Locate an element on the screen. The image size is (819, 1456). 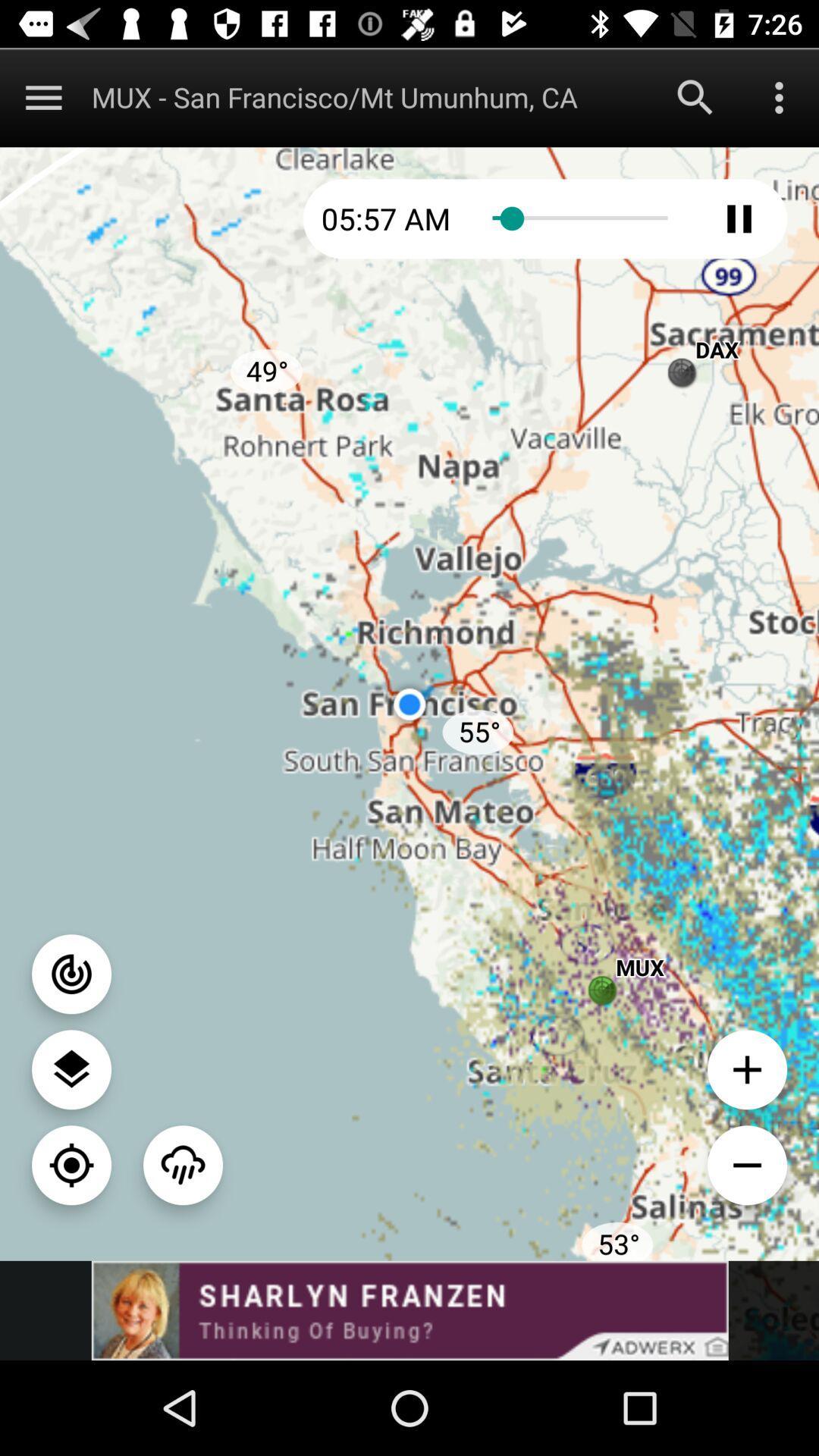
pinpoint location is located at coordinates (71, 1164).